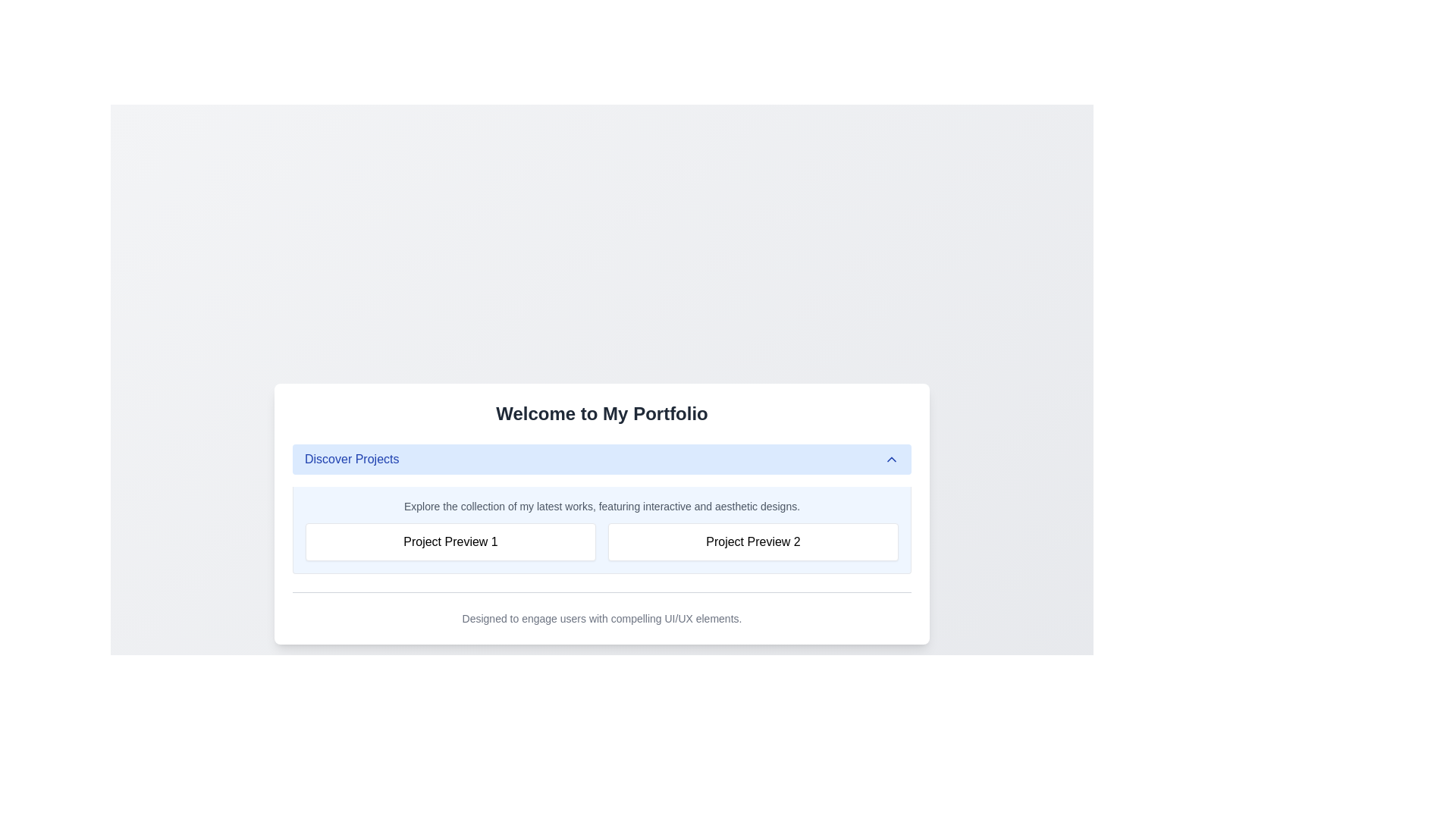 The height and width of the screenshot is (819, 1456). What do you see at coordinates (892, 458) in the screenshot?
I see `the upward chevron icon located at the rightmost edge of the 'Discover Projects' button` at bounding box center [892, 458].